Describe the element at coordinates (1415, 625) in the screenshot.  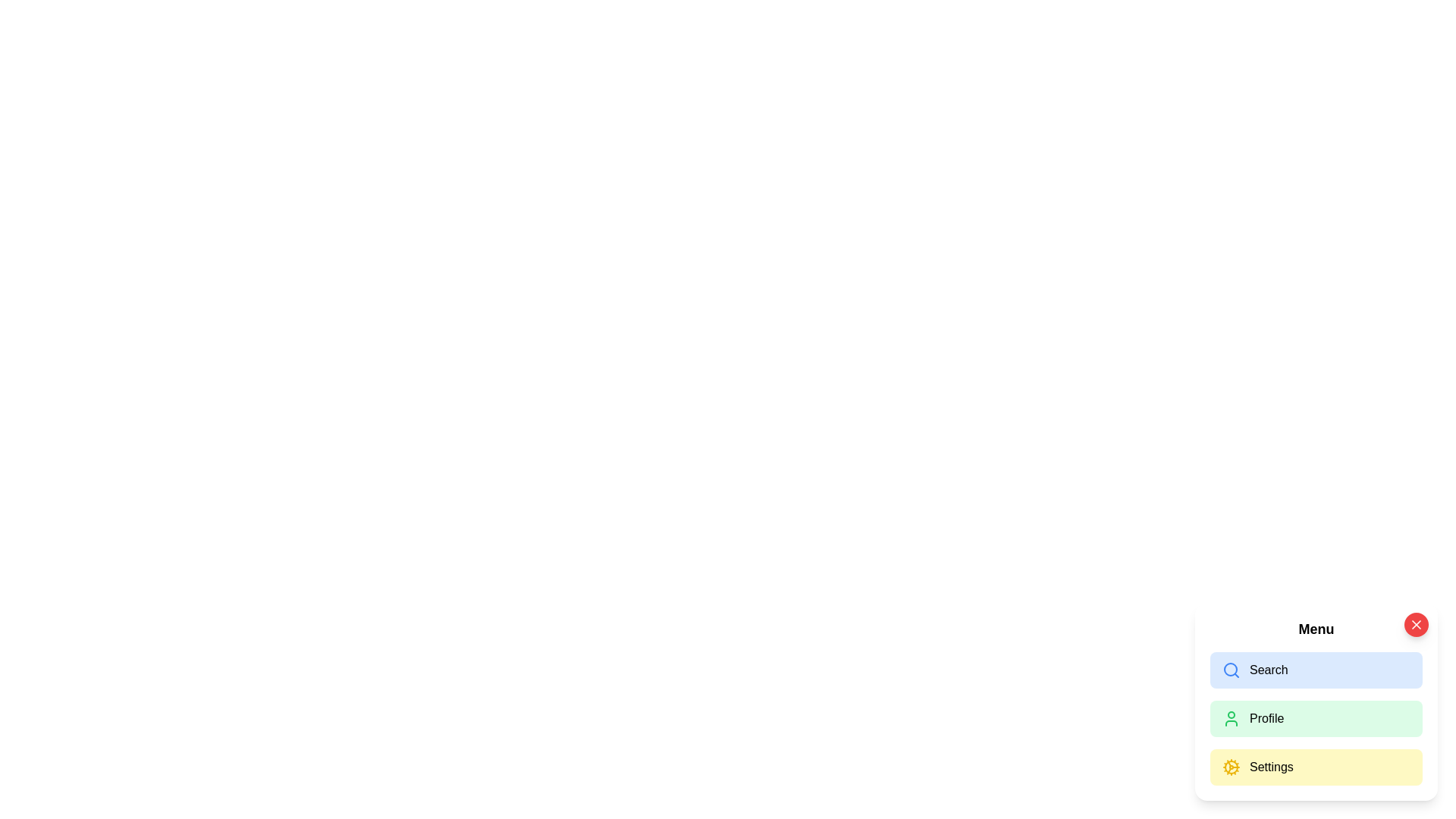
I see `the cross icon inside the red circular button located at the top-right corner of the menu panel` at that location.